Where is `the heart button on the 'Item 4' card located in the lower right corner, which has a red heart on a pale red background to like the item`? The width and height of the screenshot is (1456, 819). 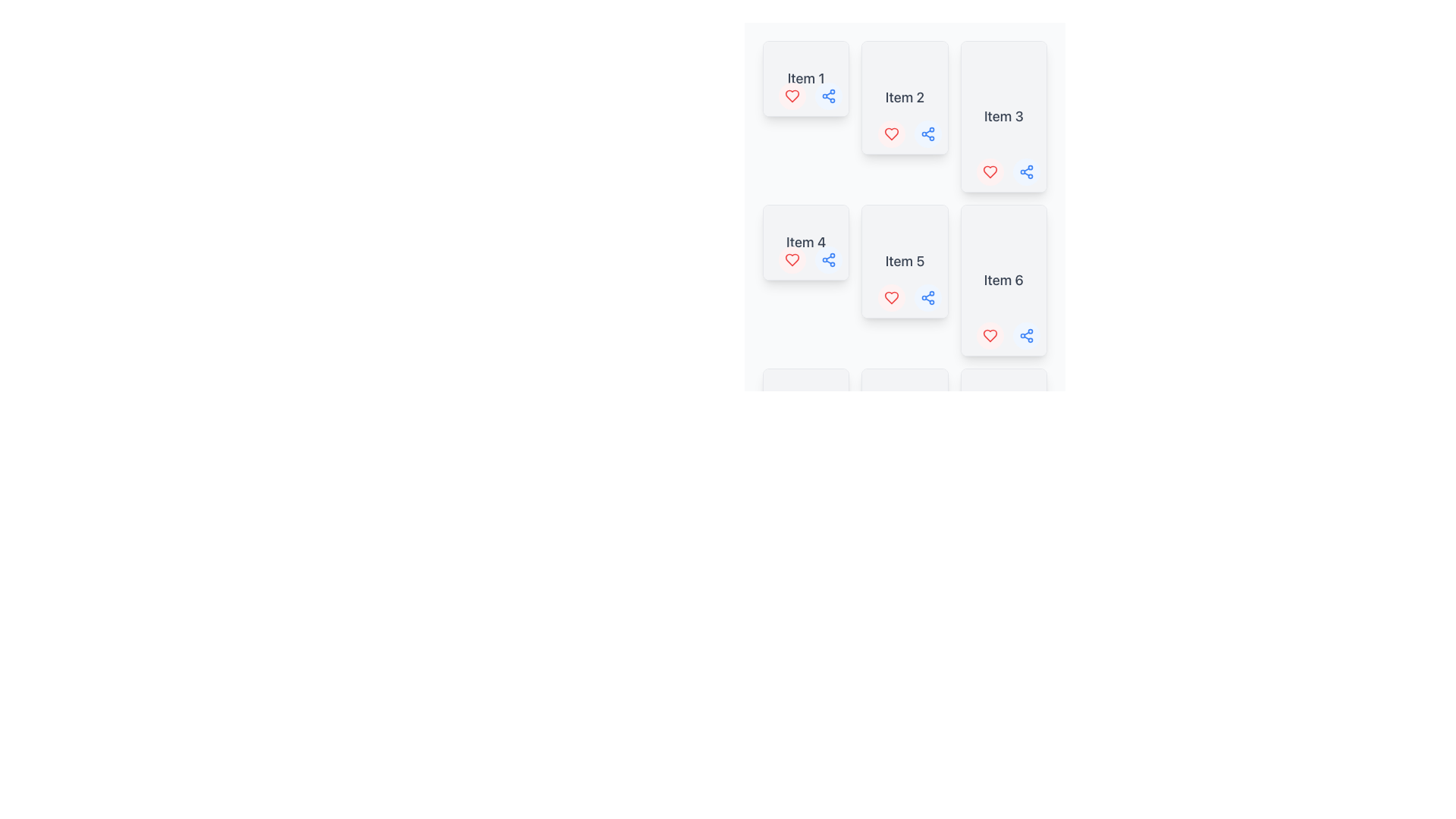
the heart button on the 'Item 4' card located in the lower right corner, which has a red heart on a pale red background to like the item is located at coordinates (810, 259).